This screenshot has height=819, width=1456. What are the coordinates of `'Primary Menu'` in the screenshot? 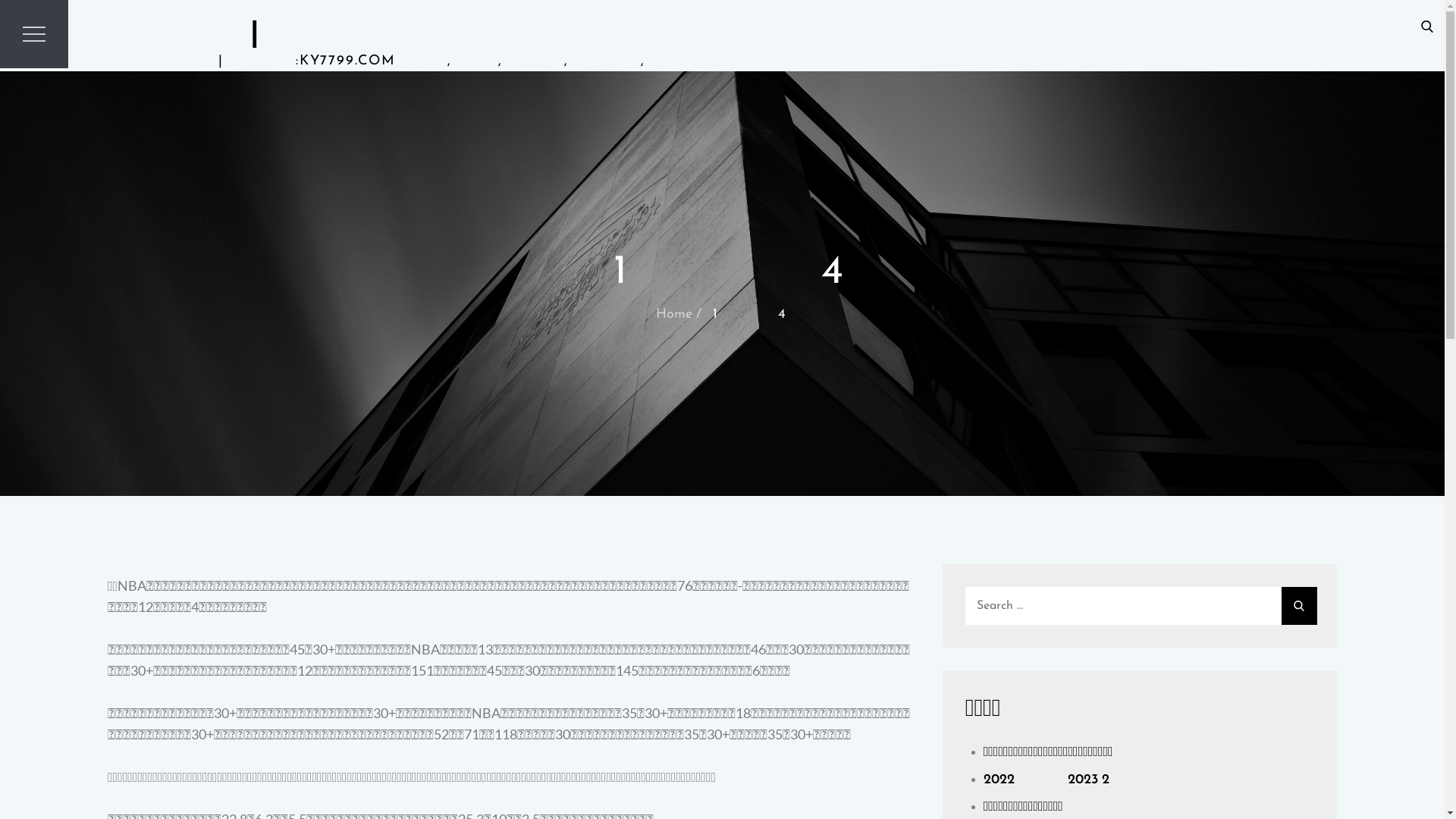 It's located at (33, 34).